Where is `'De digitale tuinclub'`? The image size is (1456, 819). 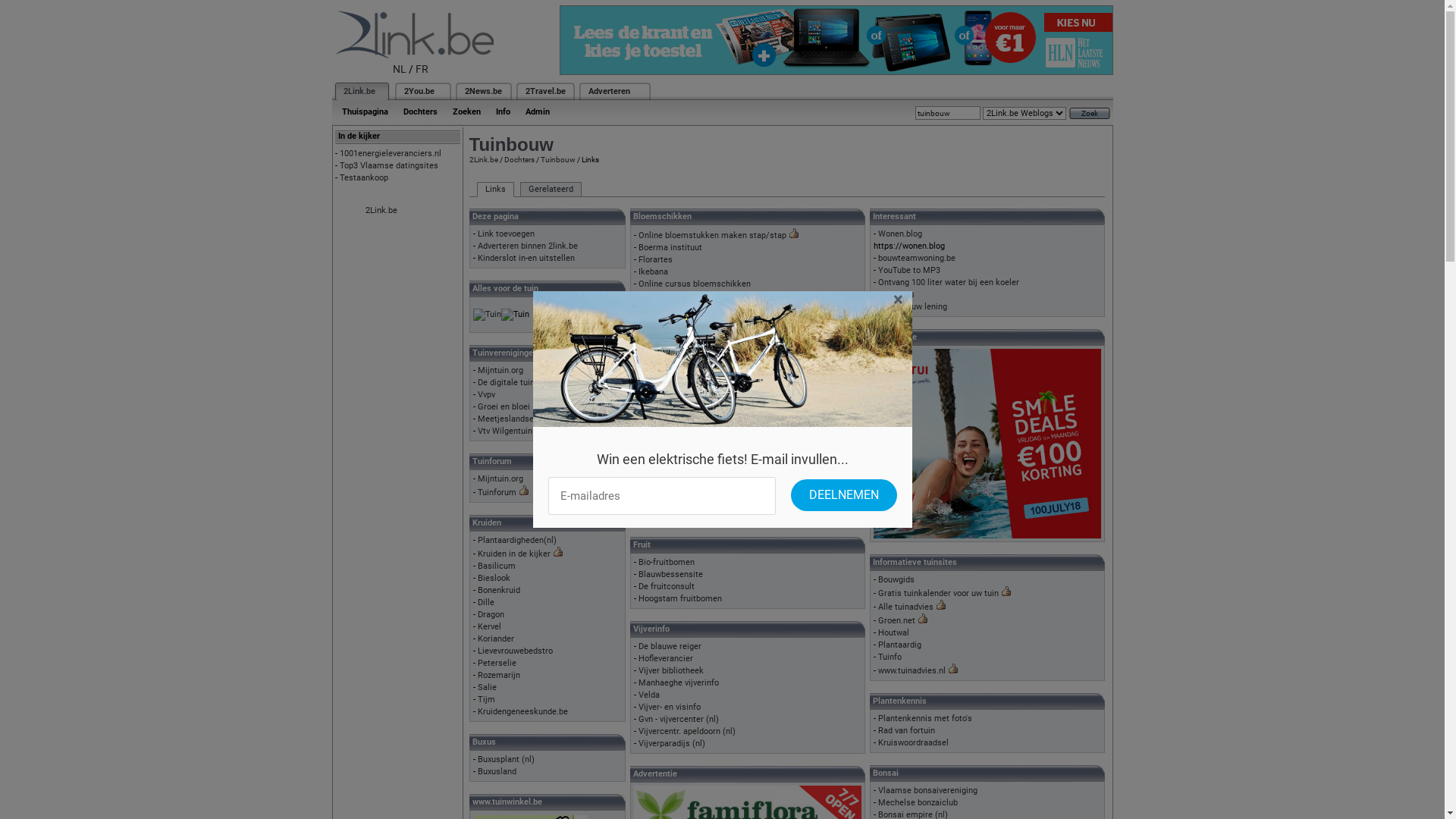 'De digitale tuinclub' is located at coordinates (513, 381).